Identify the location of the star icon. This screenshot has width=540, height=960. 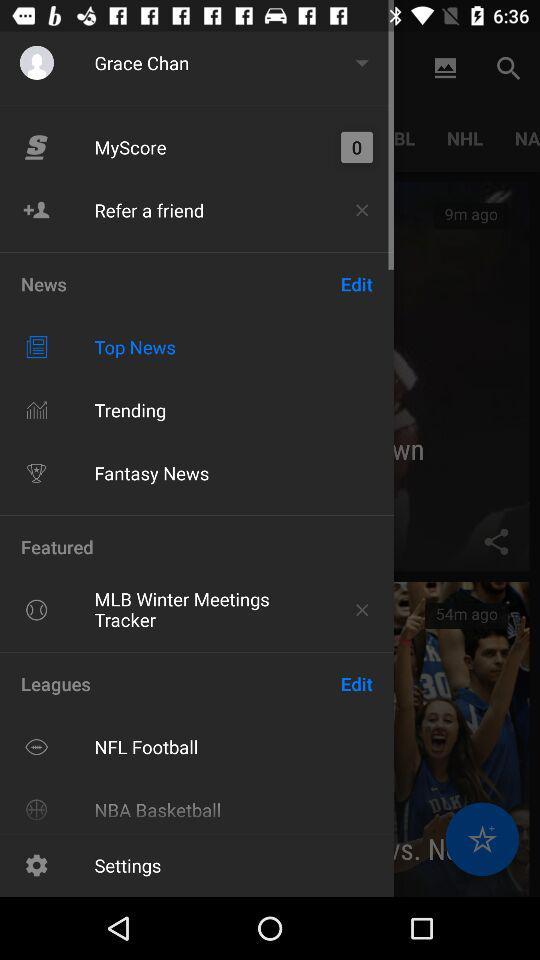
(481, 839).